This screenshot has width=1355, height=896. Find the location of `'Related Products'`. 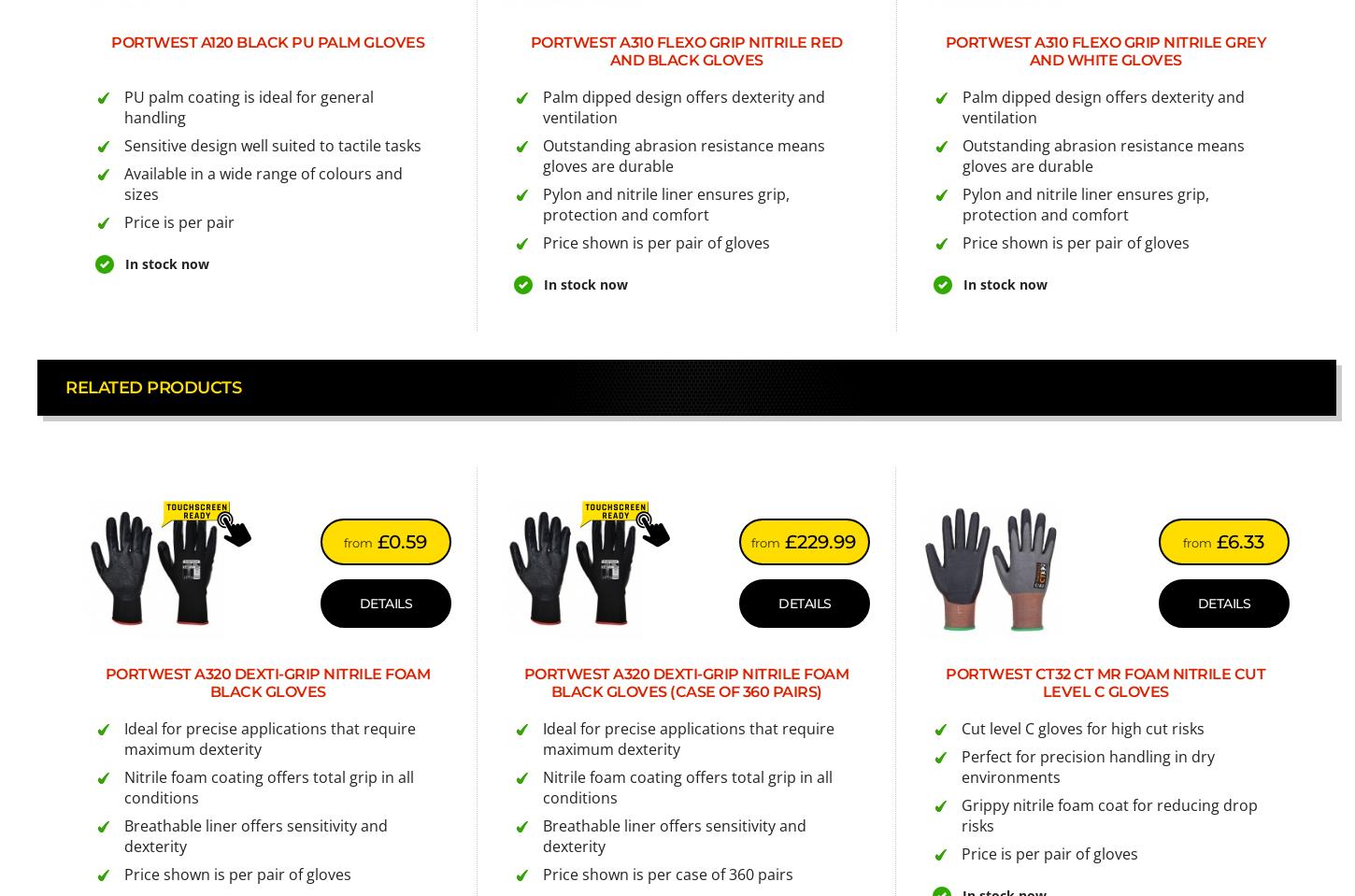

'Related Products' is located at coordinates (151, 386).